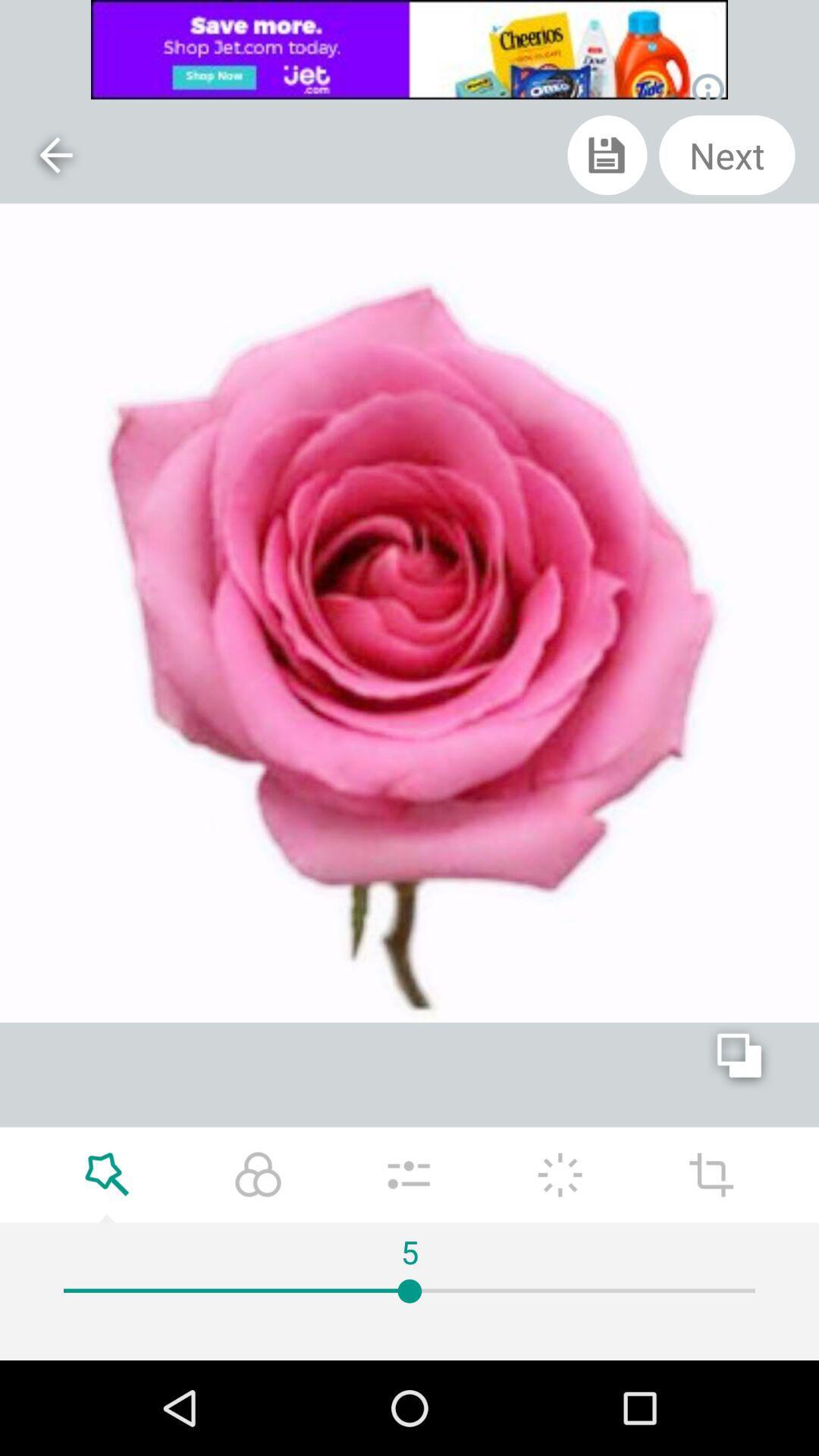  What do you see at coordinates (55, 155) in the screenshot?
I see `the previous page` at bounding box center [55, 155].